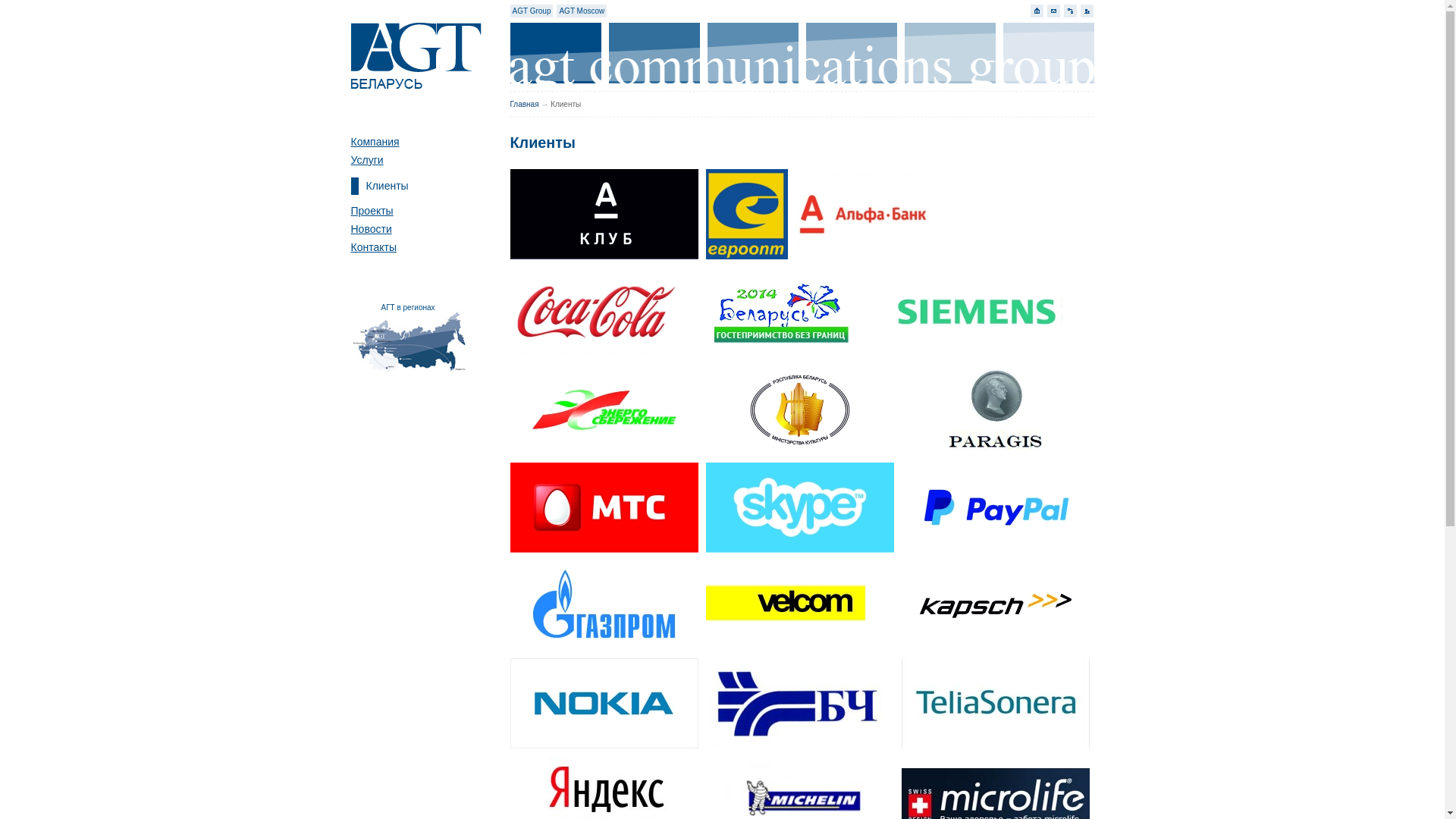  I want to click on 'Paragis', so click(901, 409).